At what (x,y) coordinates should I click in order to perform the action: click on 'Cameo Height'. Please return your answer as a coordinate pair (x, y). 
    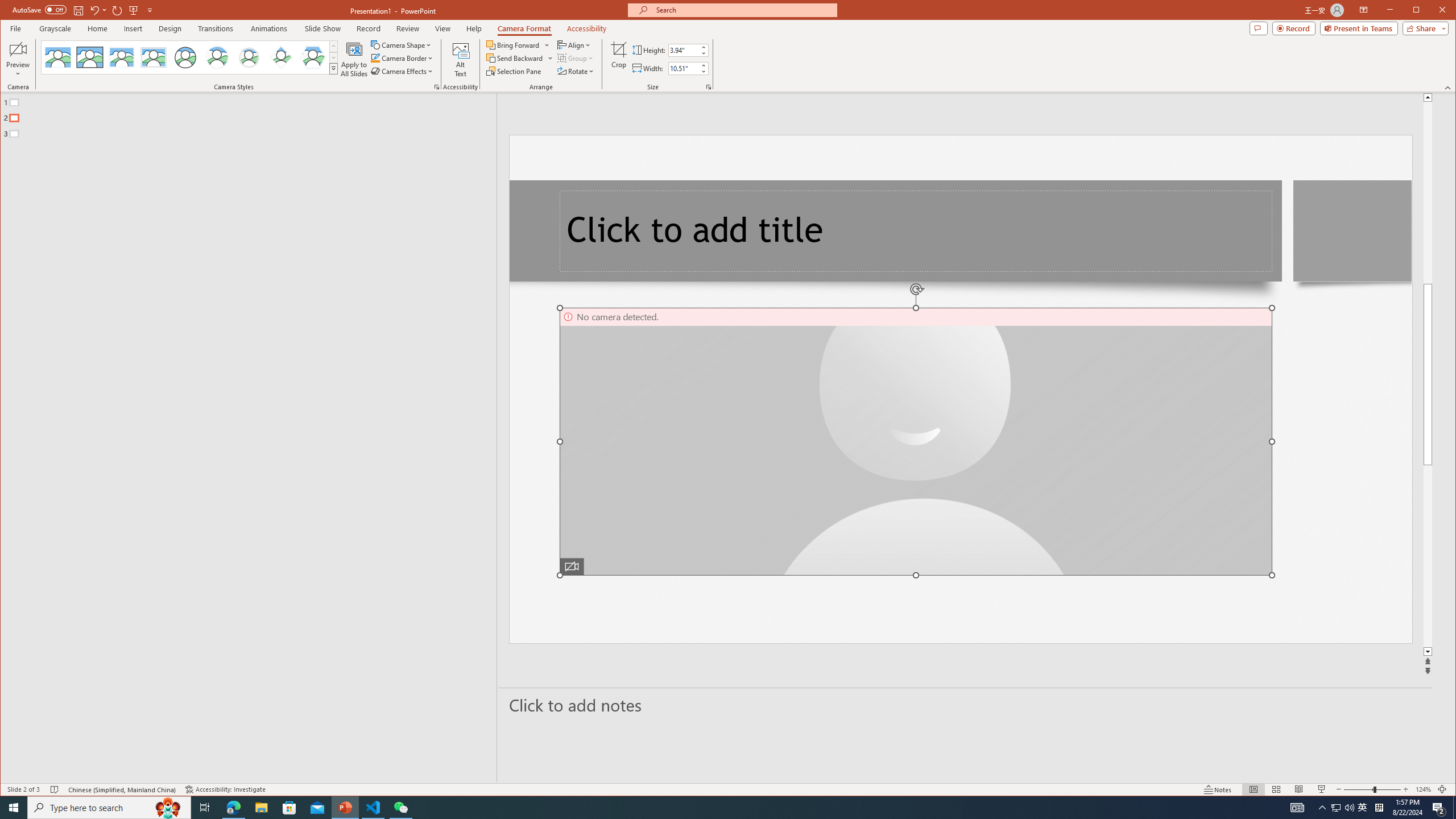
    Looking at the image, I should click on (682, 50).